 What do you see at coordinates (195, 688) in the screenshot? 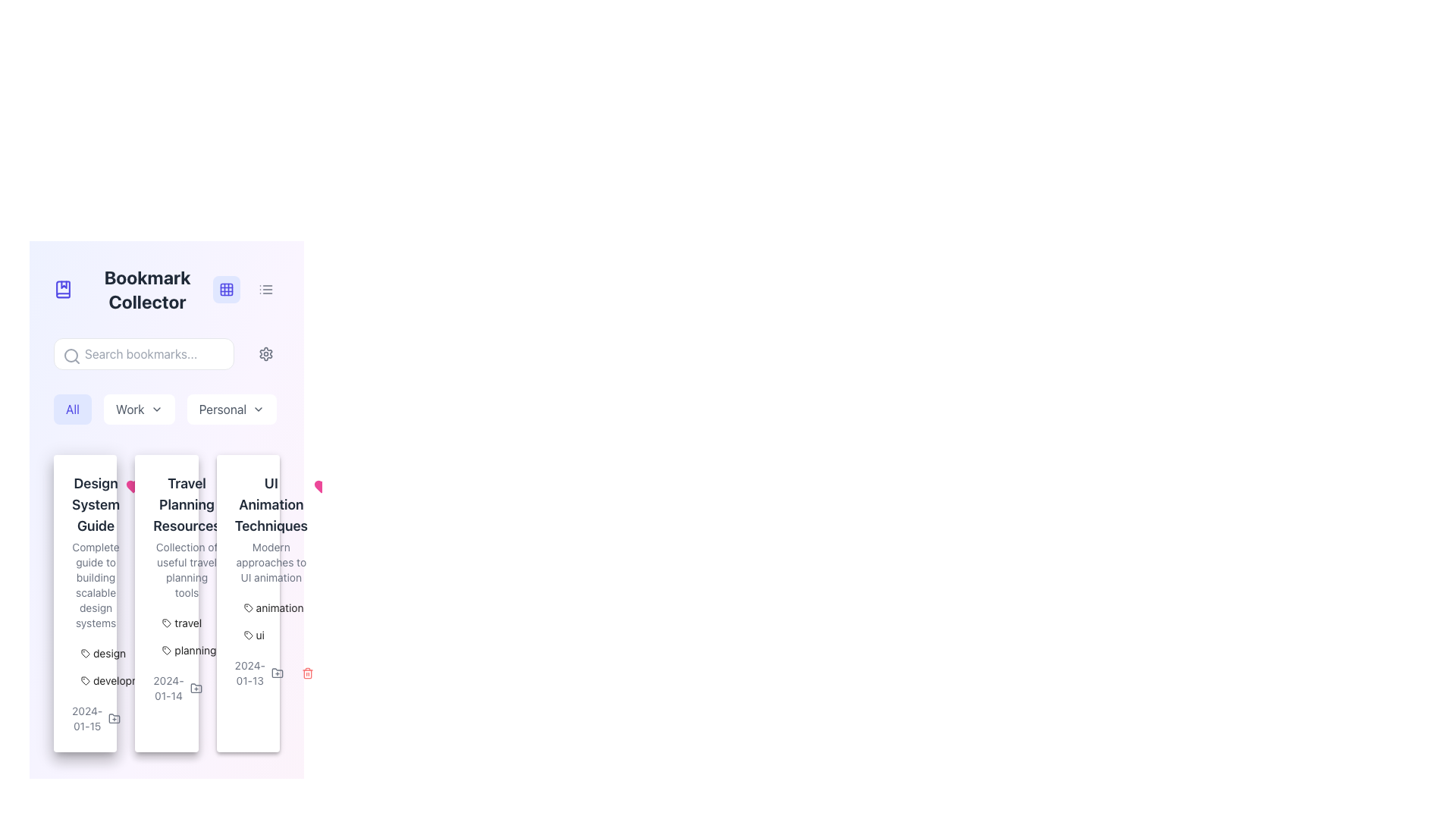
I see `the add-to-folder button located at the bottom right corner of the 'Travel Planning Resources' card, below the date '2024-01-14'` at bounding box center [195, 688].